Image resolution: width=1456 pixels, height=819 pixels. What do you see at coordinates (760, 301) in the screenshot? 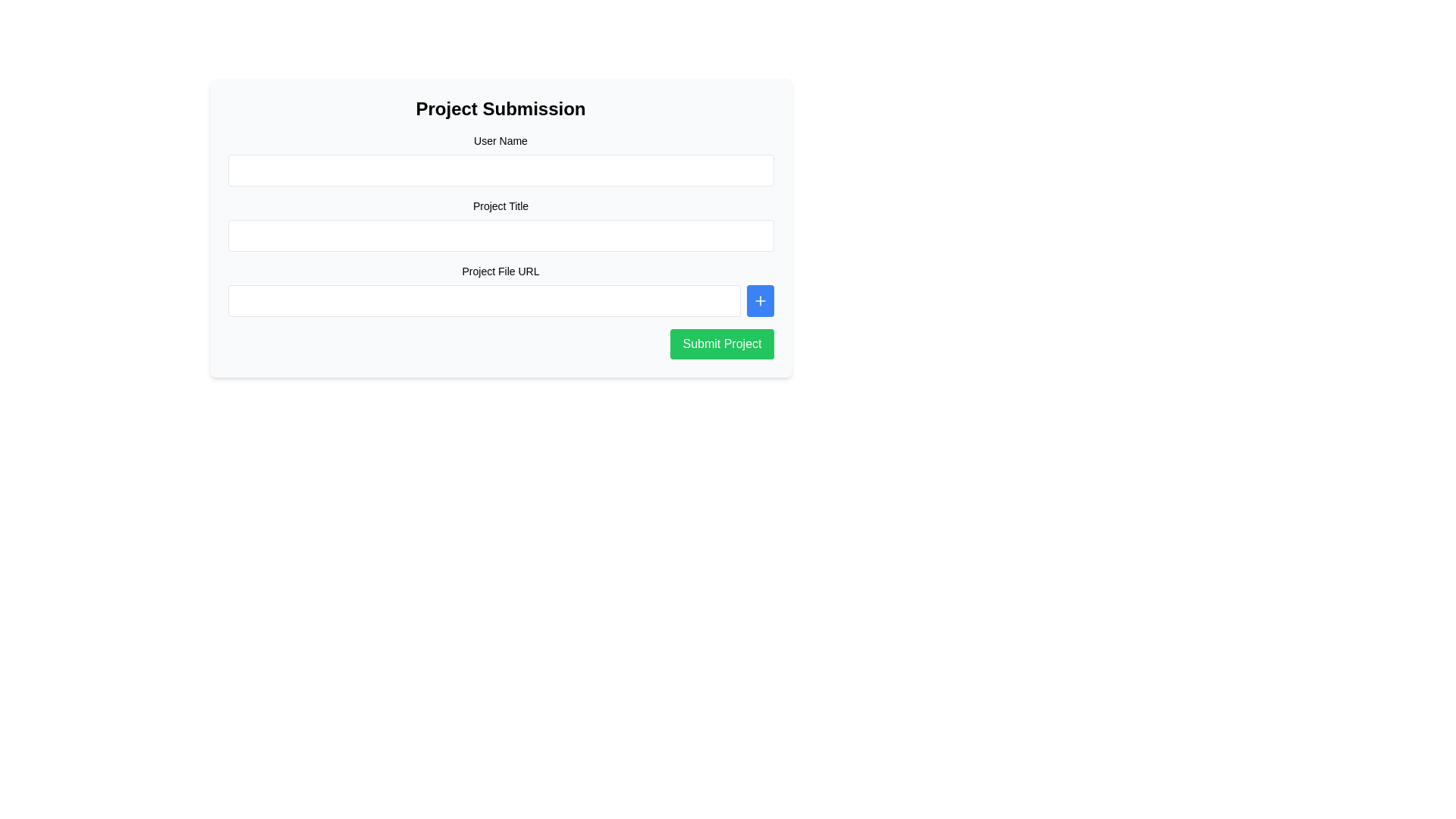
I see `keyboard navigation` at bounding box center [760, 301].